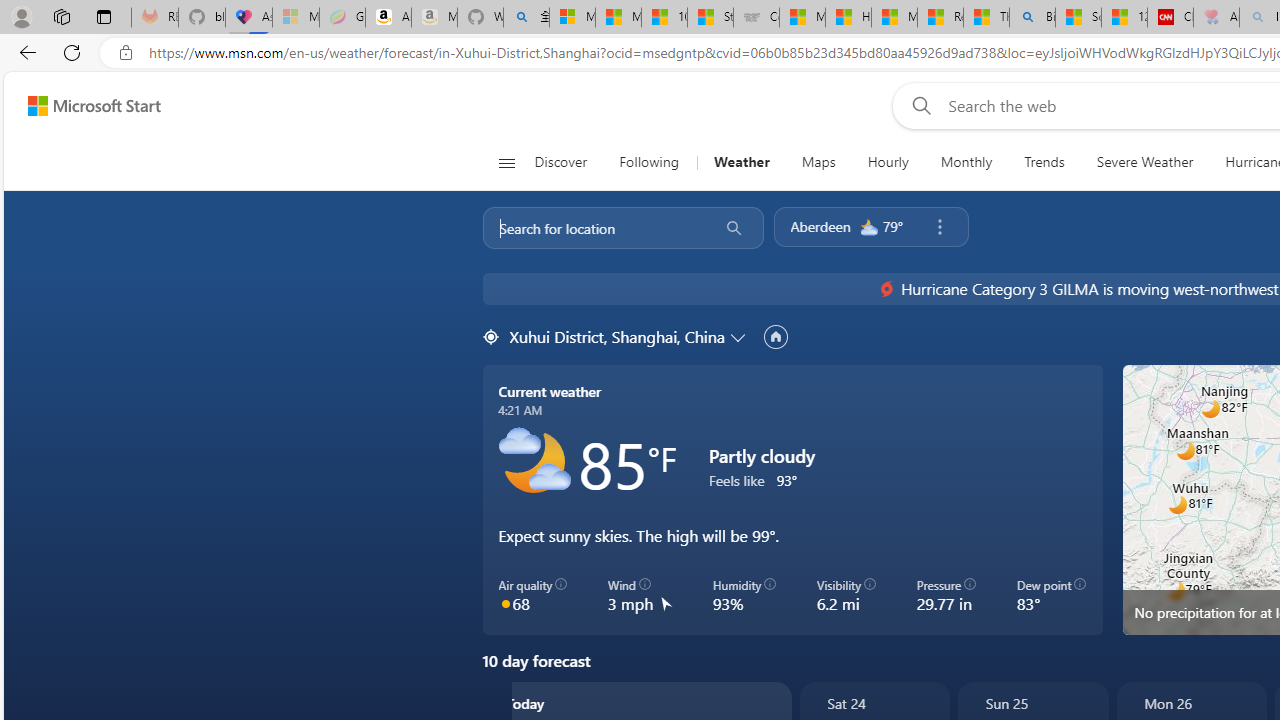 This screenshot has height=720, width=1280. Describe the element at coordinates (939, 17) in the screenshot. I see `'Recipes - MSN'` at that location.